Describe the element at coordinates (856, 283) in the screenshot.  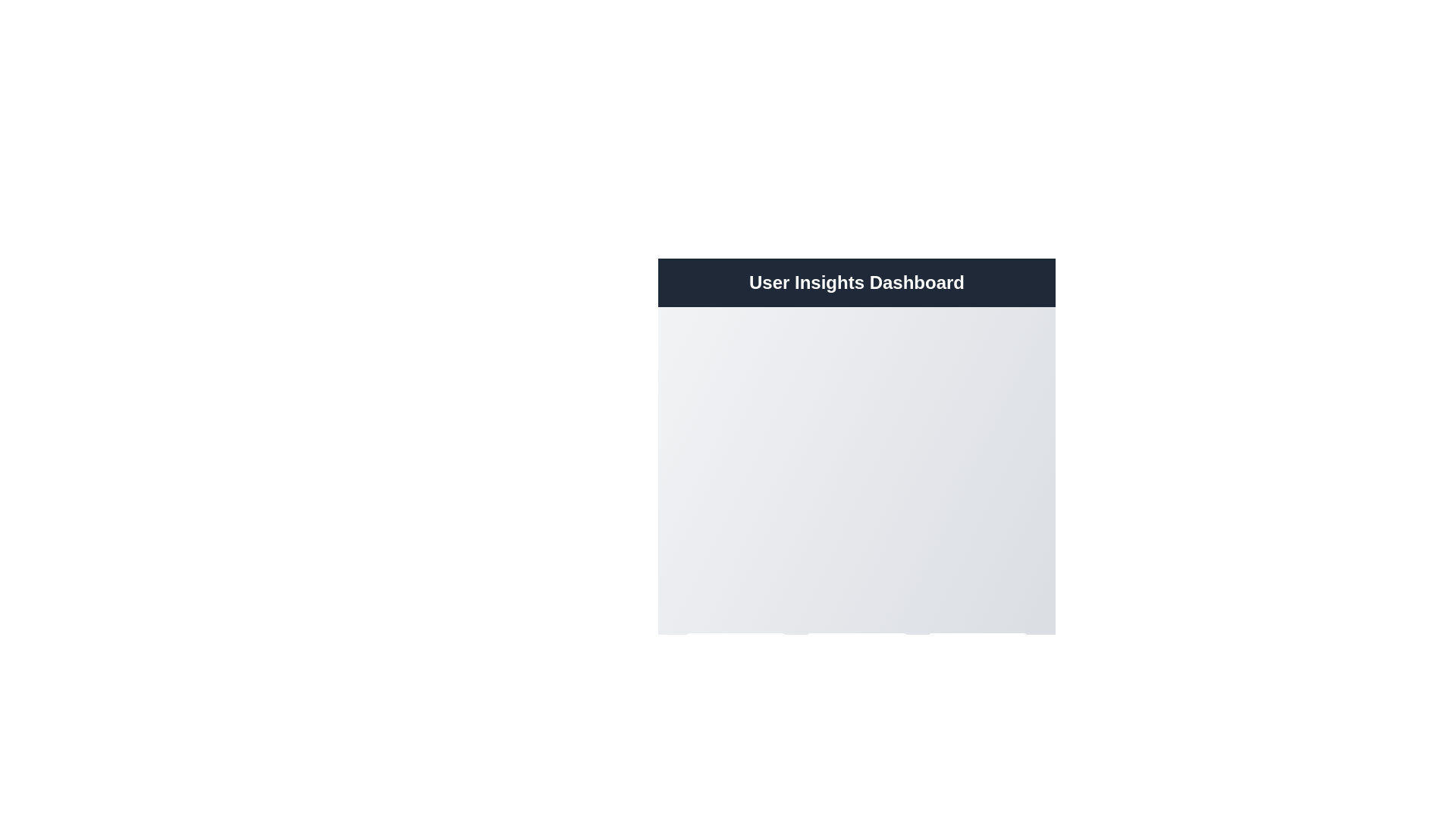
I see `the prominently displayed static text element titled 'User Insights Dashboard', which serves as the header of the page` at that location.